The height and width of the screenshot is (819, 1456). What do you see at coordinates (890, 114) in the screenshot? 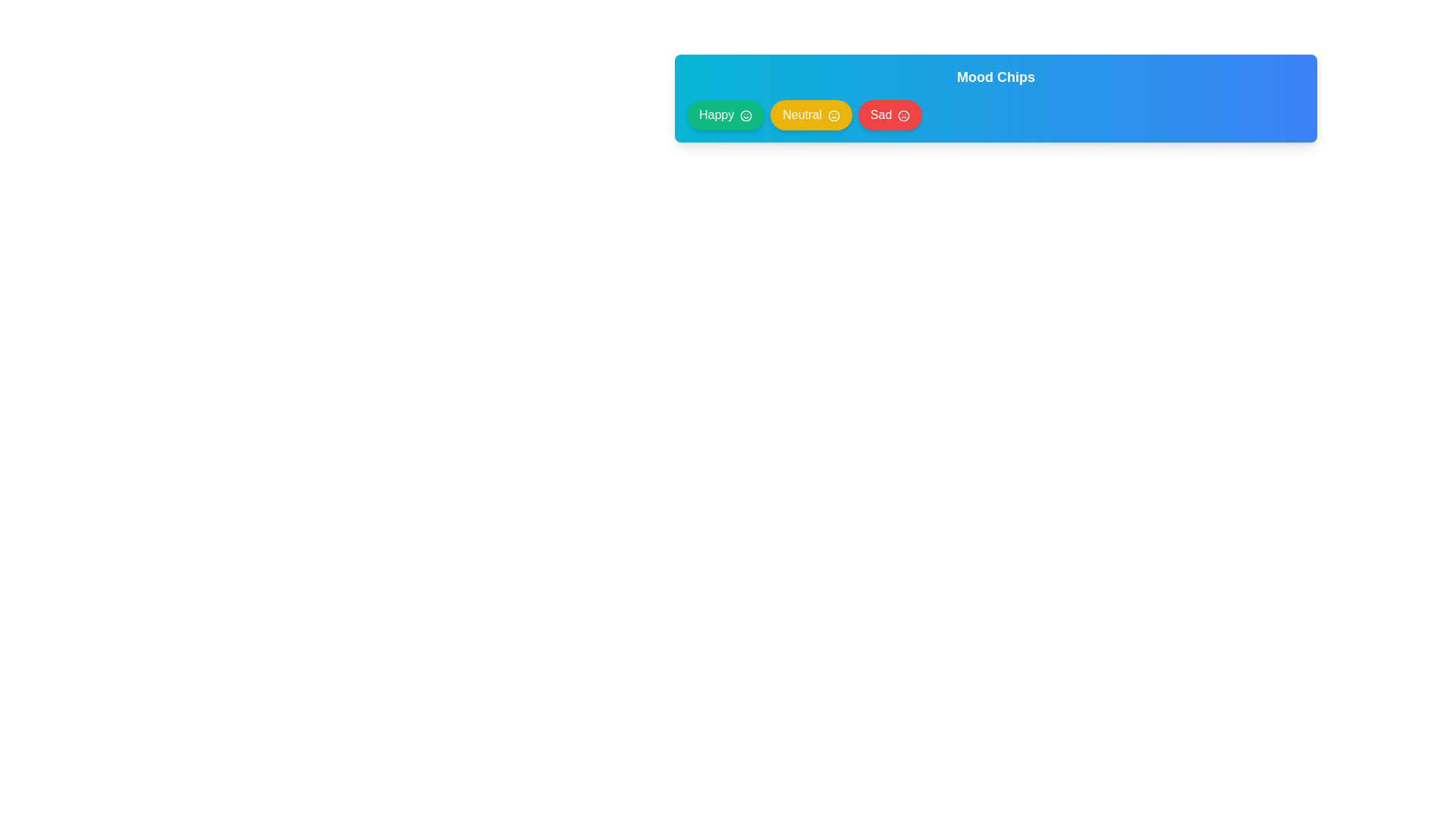
I see `the red rounded rectangle button labeled 'Sad'` at bounding box center [890, 114].